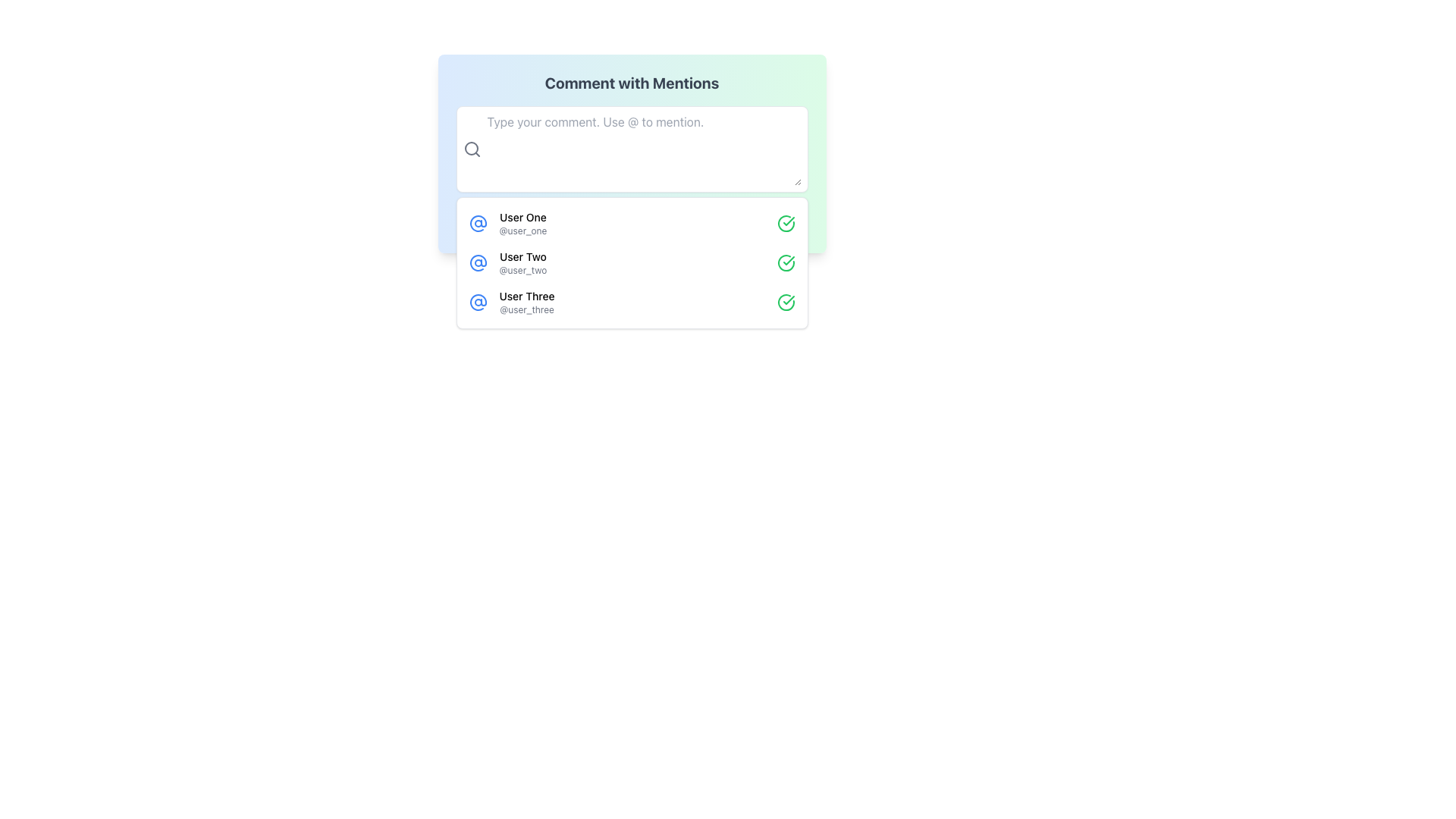 Image resolution: width=1456 pixels, height=819 pixels. I want to click on the blue SVG '@' icon next to 'User Two' in the user list, so click(477, 262).